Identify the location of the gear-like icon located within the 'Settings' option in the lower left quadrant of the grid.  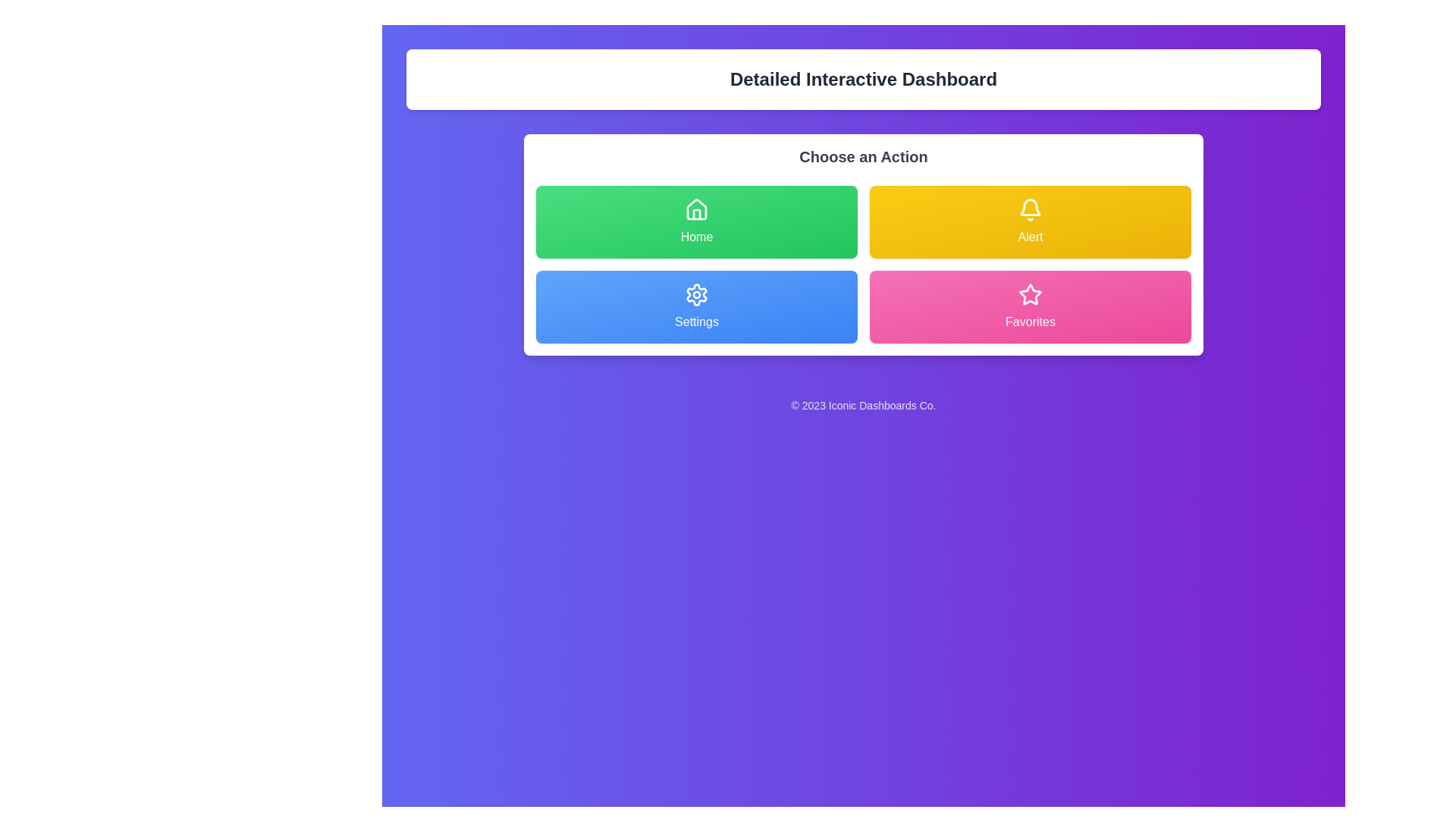
(695, 295).